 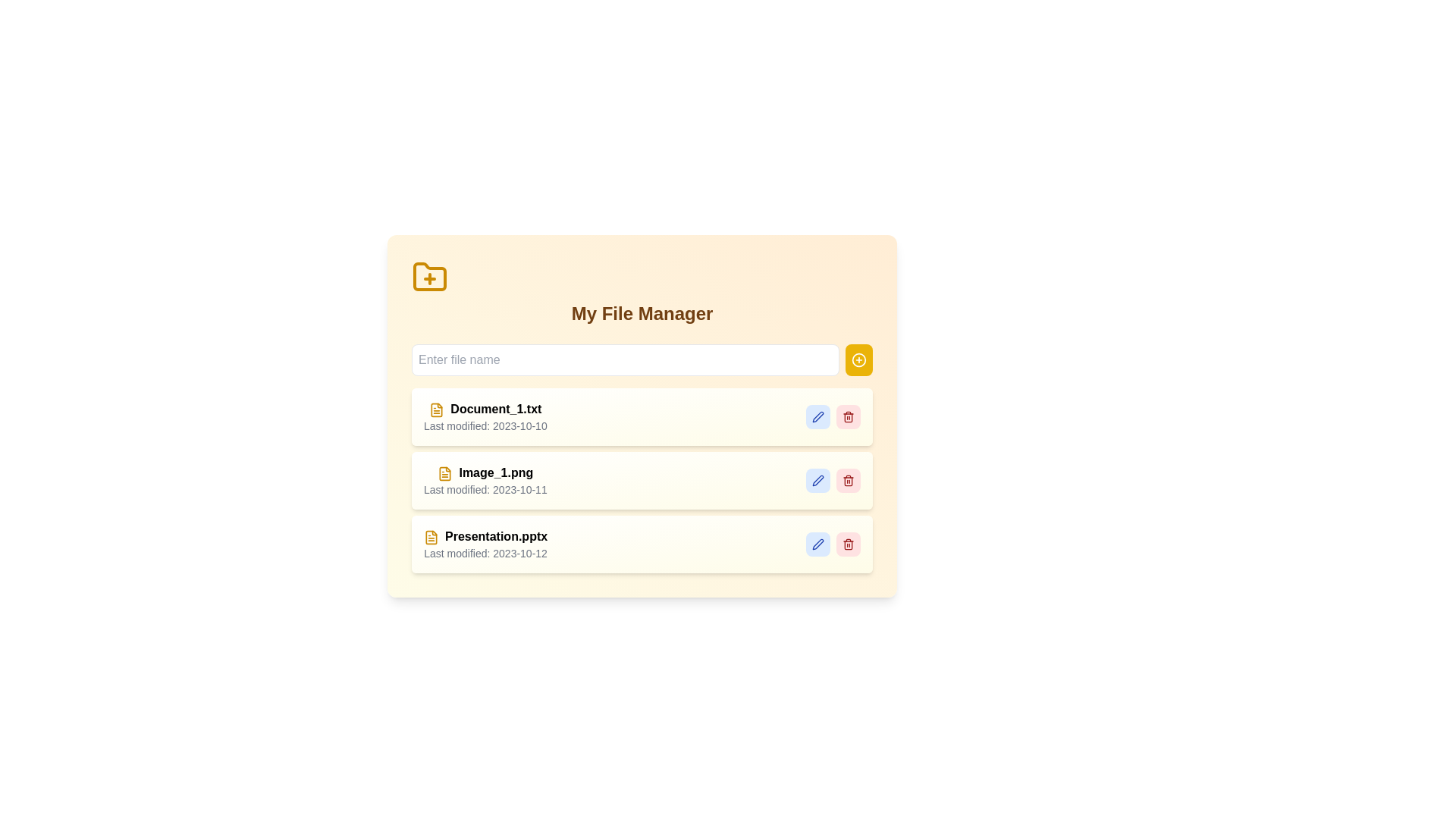 What do you see at coordinates (858, 359) in the screenshot?
I see `the button used for adding new items, positioned to the right of a text input box` at bounding box center [858, 359].